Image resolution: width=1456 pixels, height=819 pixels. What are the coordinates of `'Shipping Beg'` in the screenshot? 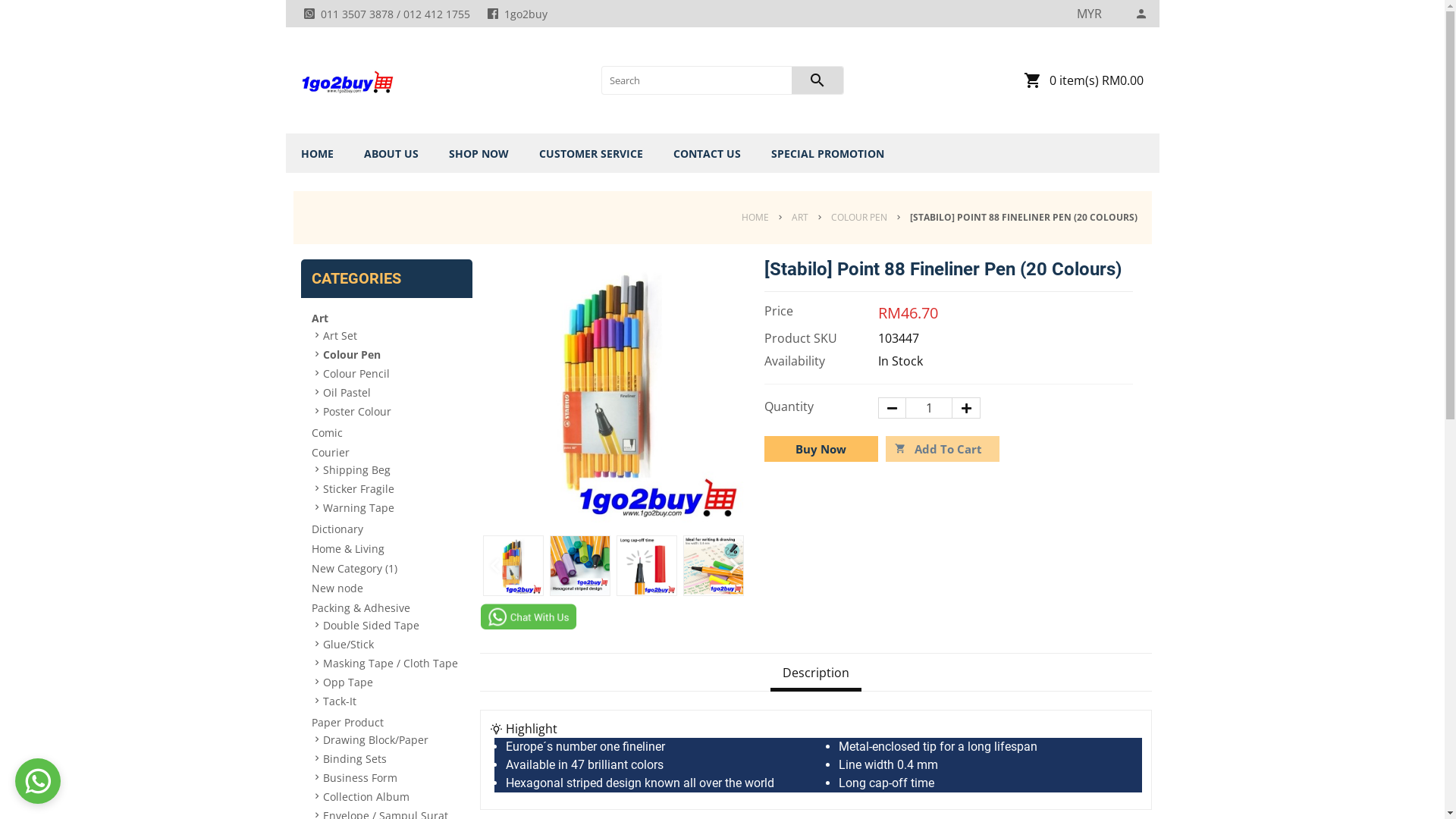 It's located at (392, 468).